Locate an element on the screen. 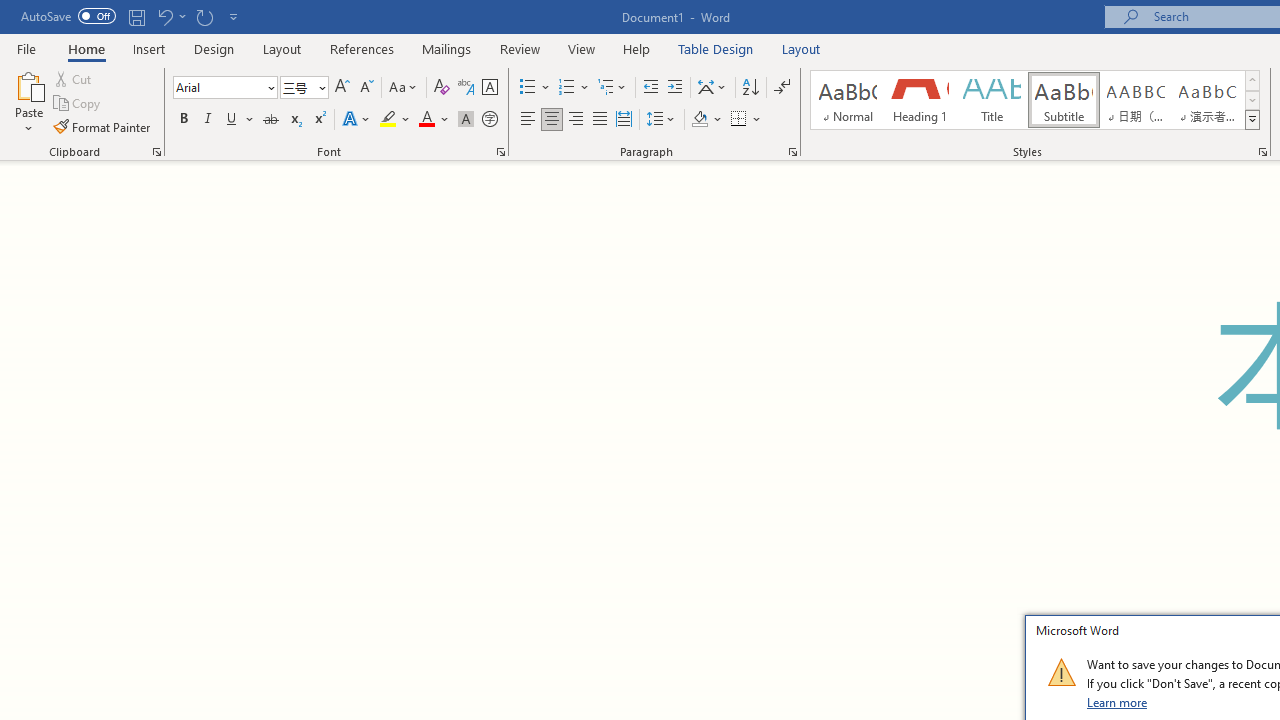  'Decrease Indent' is located at coordinates (650, 86).